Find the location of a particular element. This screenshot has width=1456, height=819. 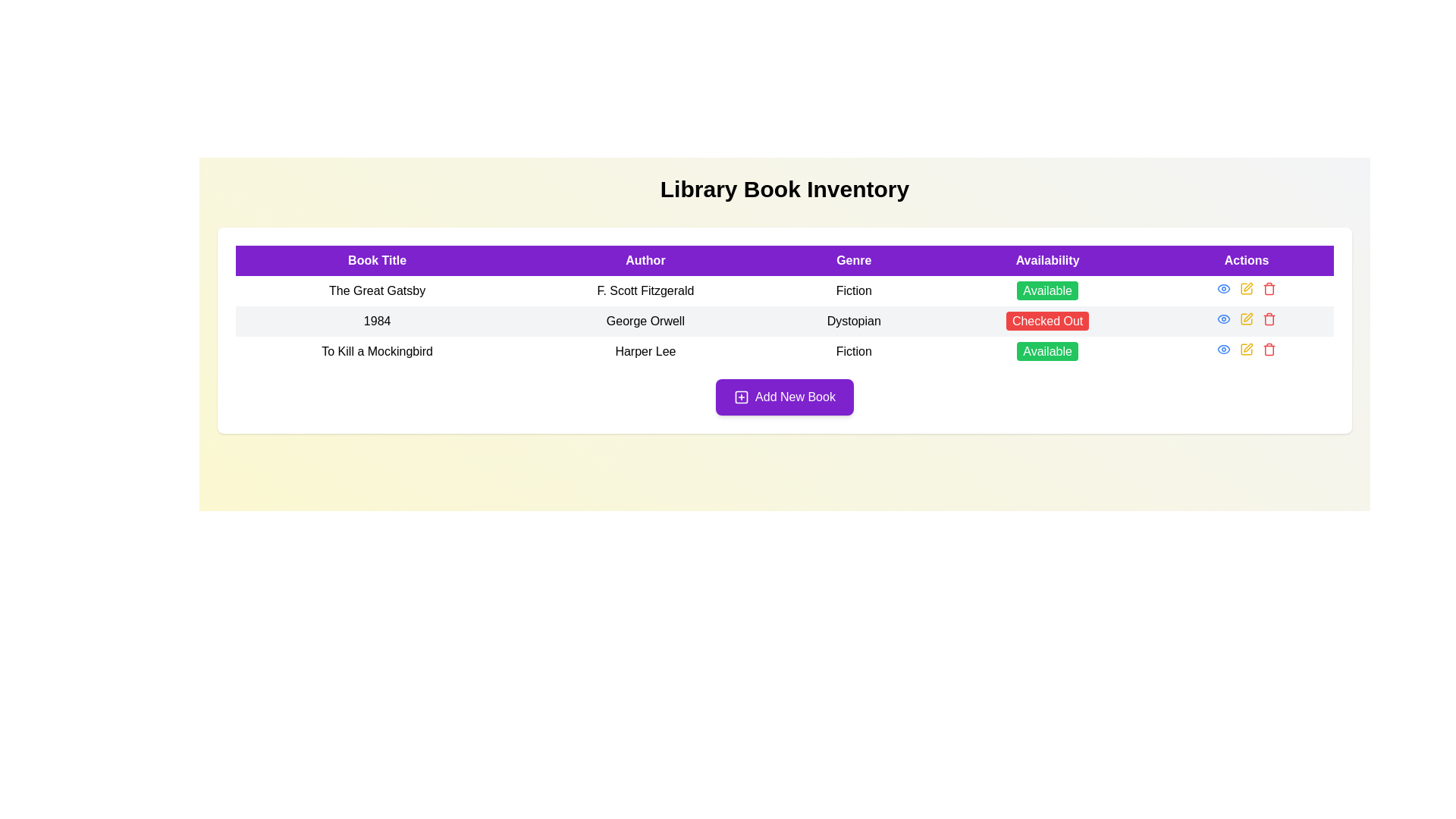

the blue eye icon button in the Actions column for the book titled '1984' is located at coordinates (1223, 289).